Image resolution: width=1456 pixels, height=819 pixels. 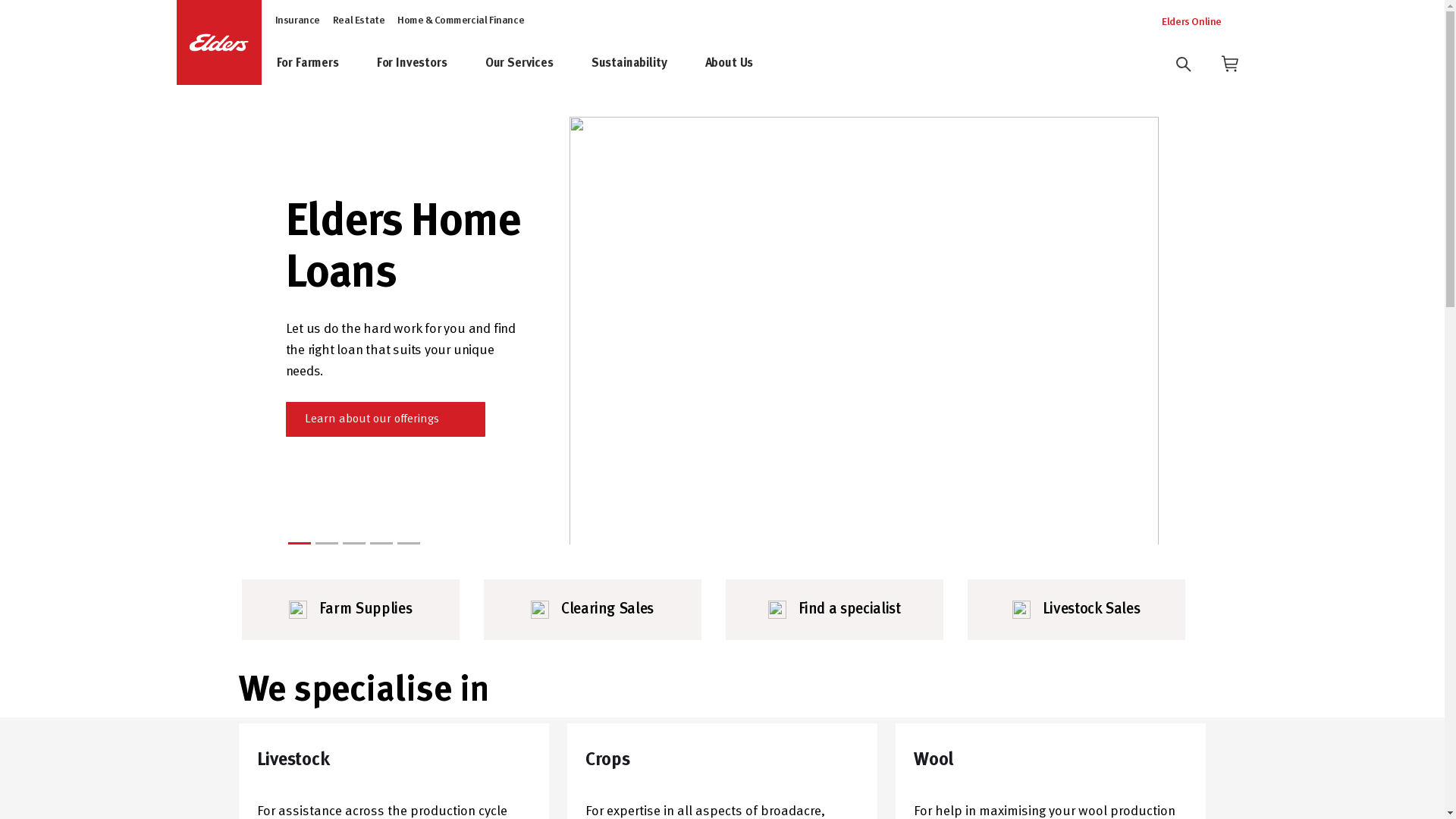 What do you see at coordinates (1143, 329) in the screenshot?
I see `'Next'` at bounding box center [1143, 329].